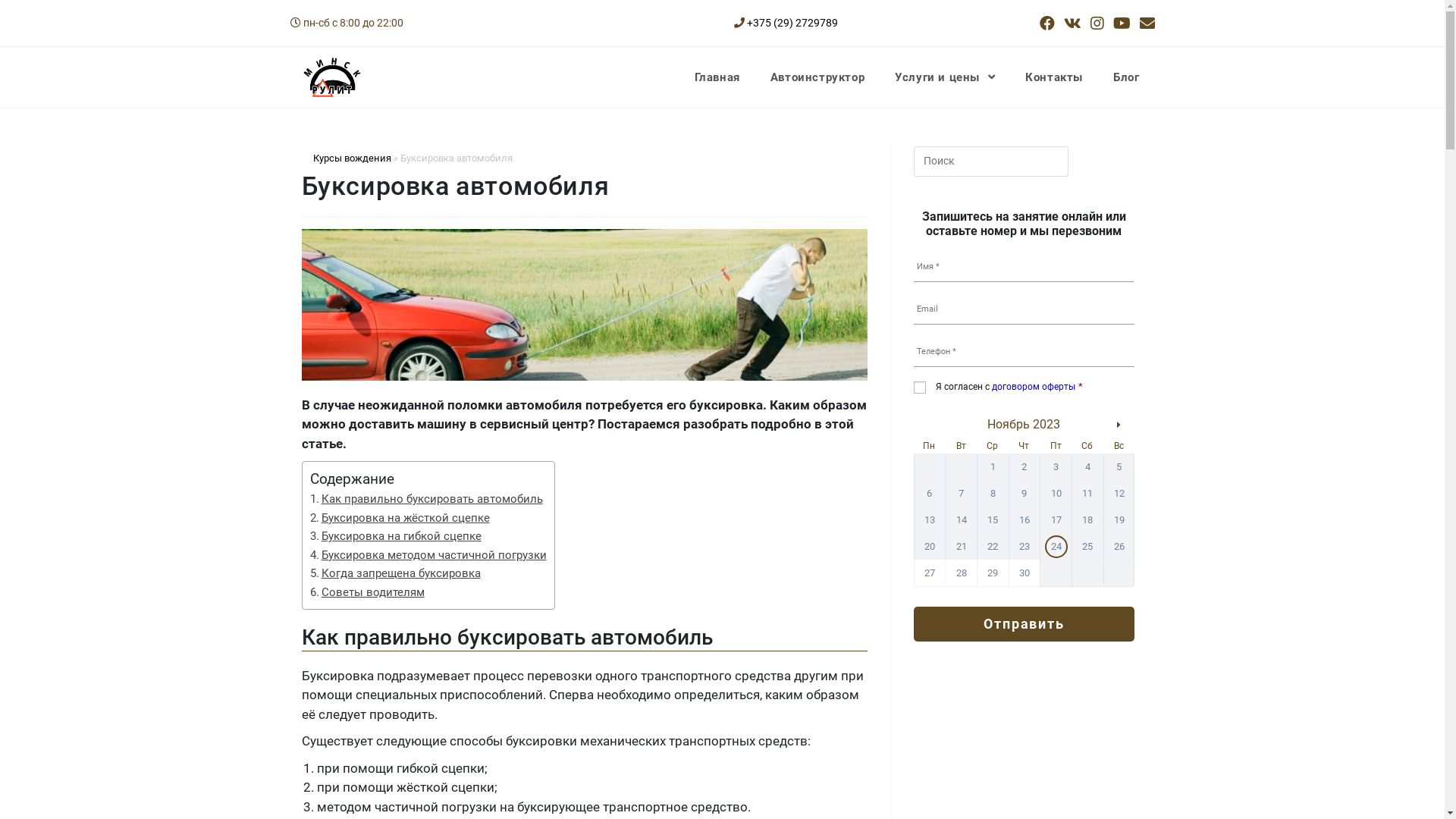 This screenshot has width=1456, height=819. Describe the element at coordinates (790, 23) in the screenshot. I see `'+375 (29) 2729789'` at that location.